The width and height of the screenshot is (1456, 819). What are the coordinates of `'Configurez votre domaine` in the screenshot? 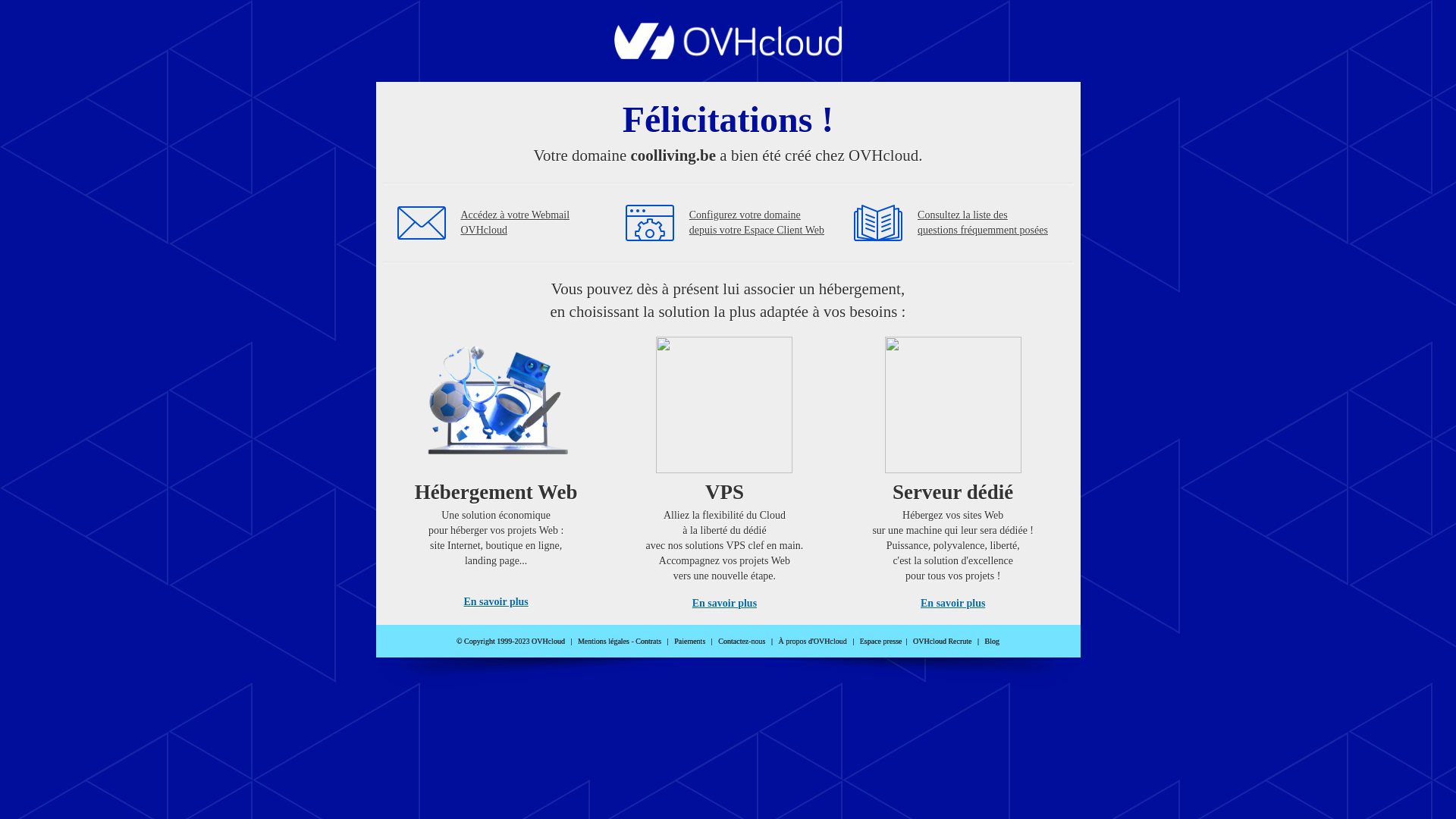 It's located at (757, 222).